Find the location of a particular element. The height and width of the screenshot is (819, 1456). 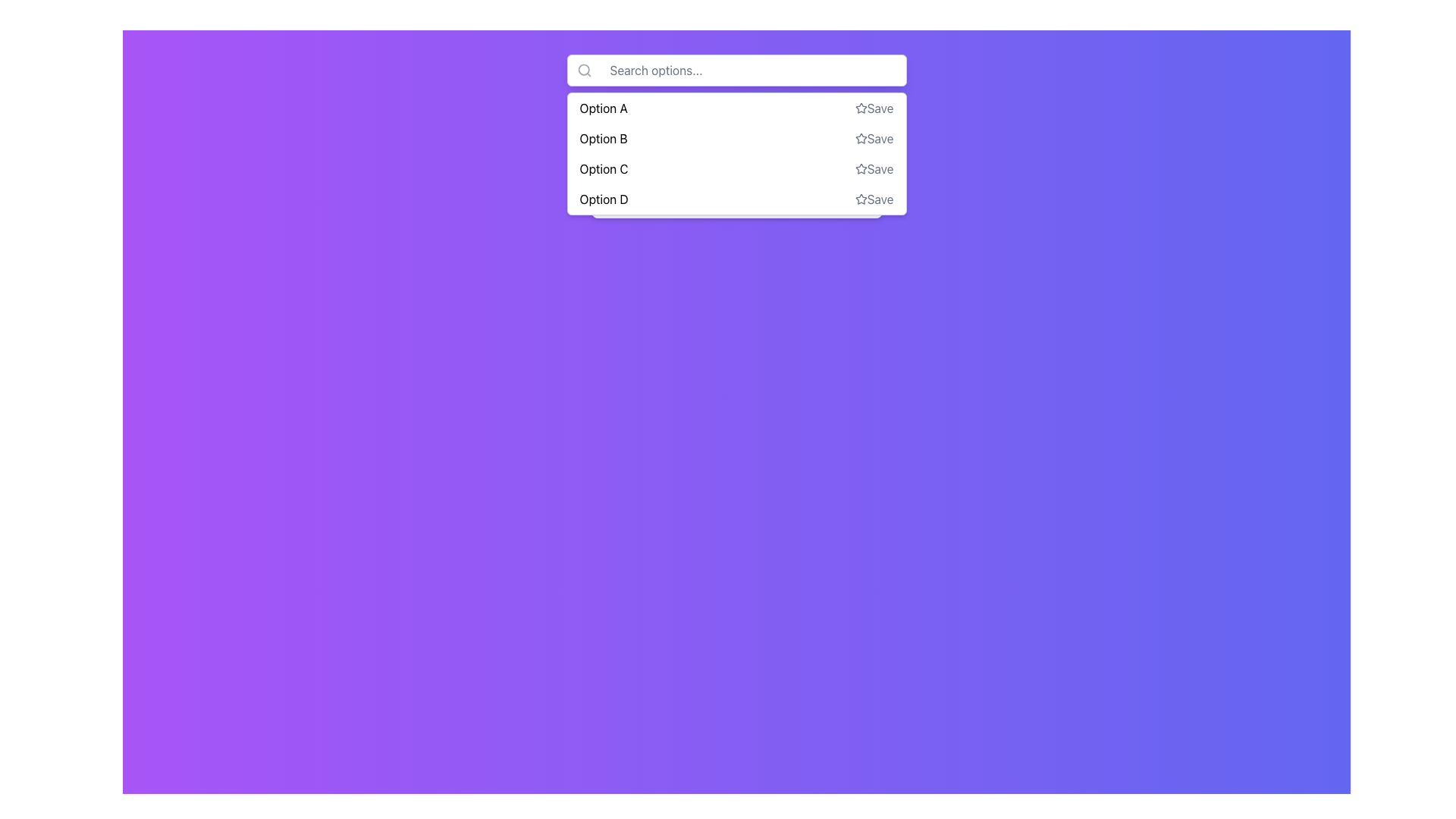

the star icon with a hollow center, which is part of the interactive 'Save' link group next to the fourth list item labeled 'Option D' is located at coordinates (861, 198).